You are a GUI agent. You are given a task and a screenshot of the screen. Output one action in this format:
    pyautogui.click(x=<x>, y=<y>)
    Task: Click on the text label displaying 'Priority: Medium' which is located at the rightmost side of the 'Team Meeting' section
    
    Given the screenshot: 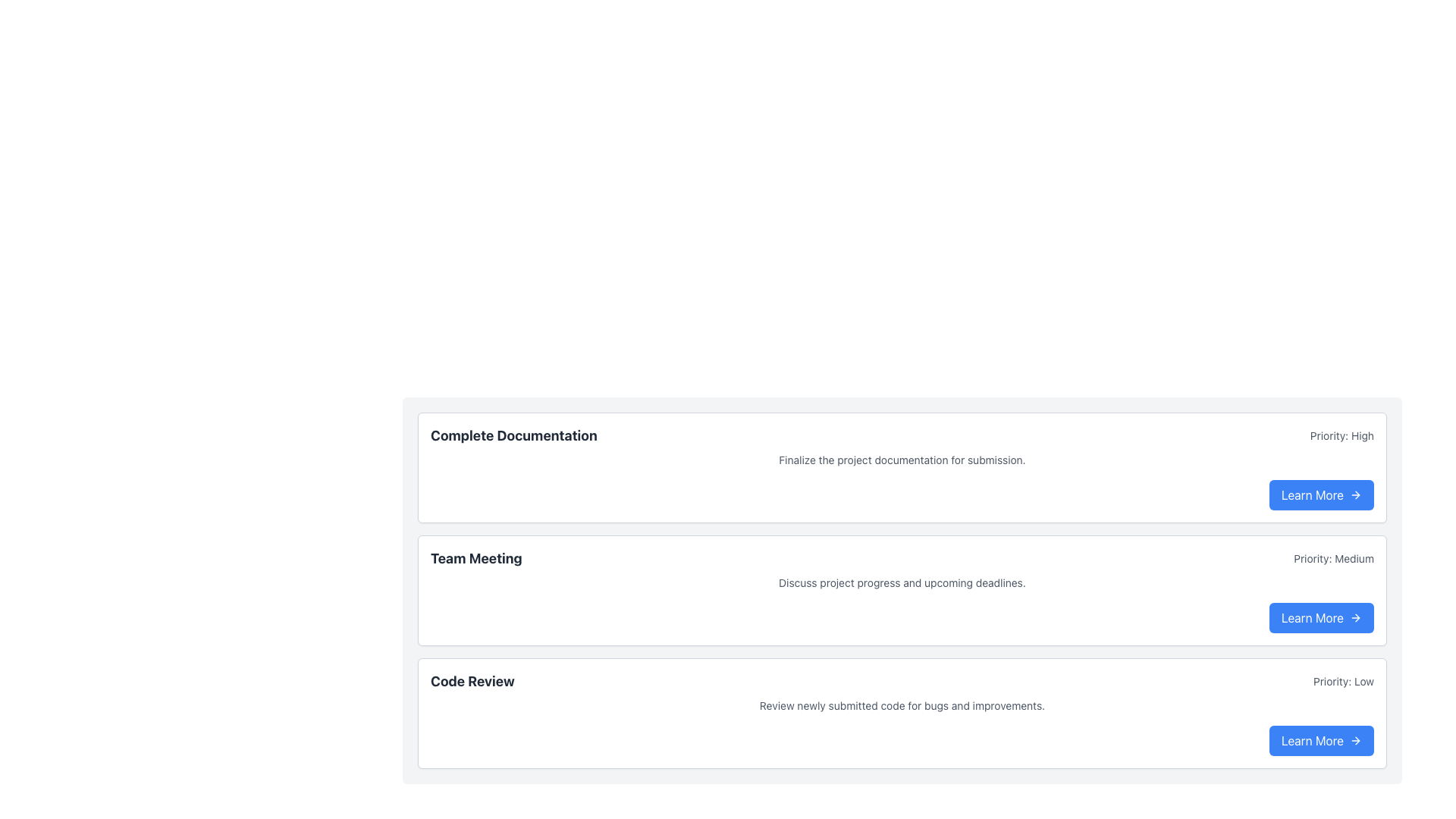 What is the action you would take?
    pyautogui.click(x=1333, y=558)
    